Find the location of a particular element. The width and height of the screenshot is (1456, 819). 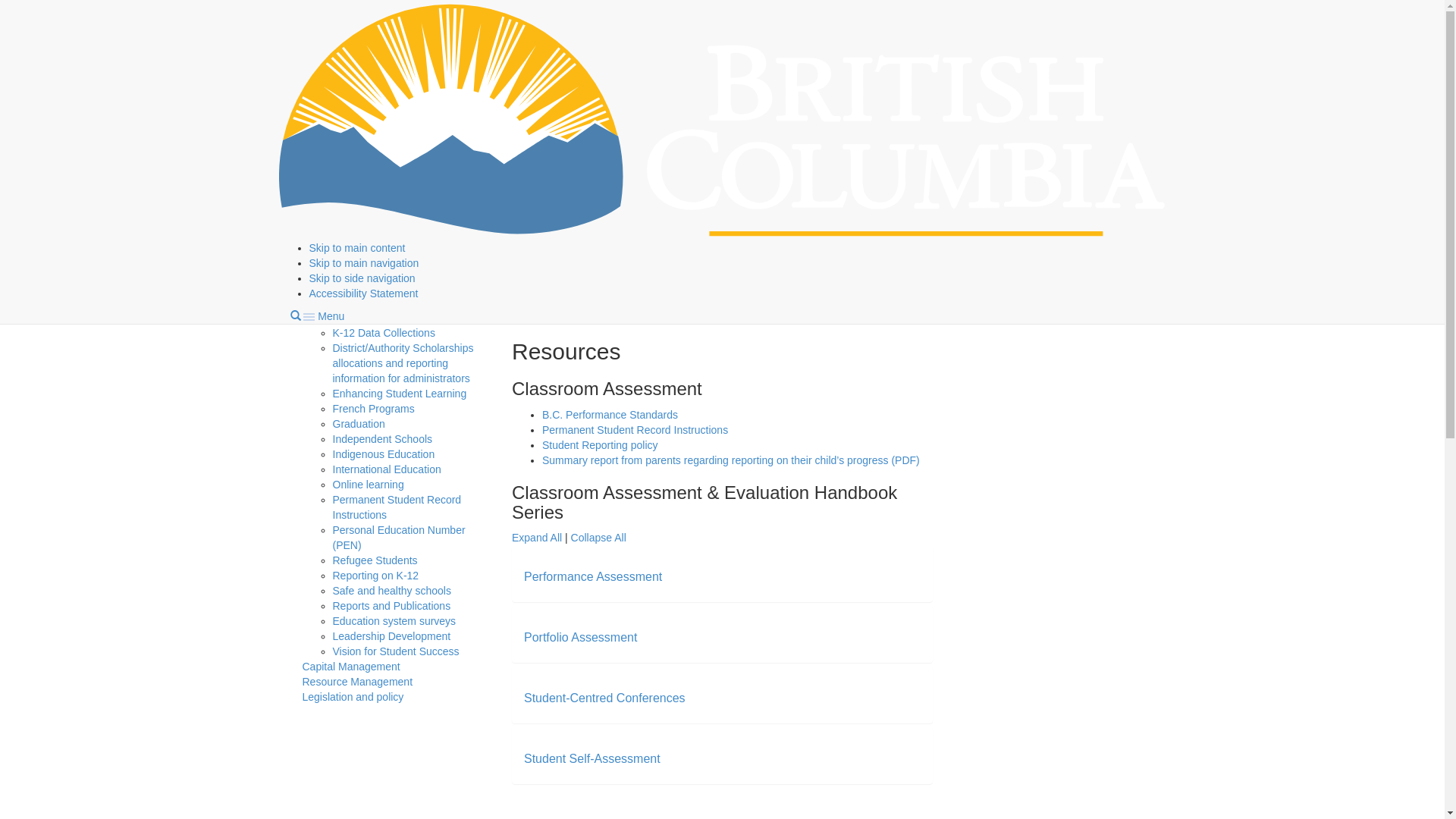

'Reports and Publications' is located at coordinates (391, 604).